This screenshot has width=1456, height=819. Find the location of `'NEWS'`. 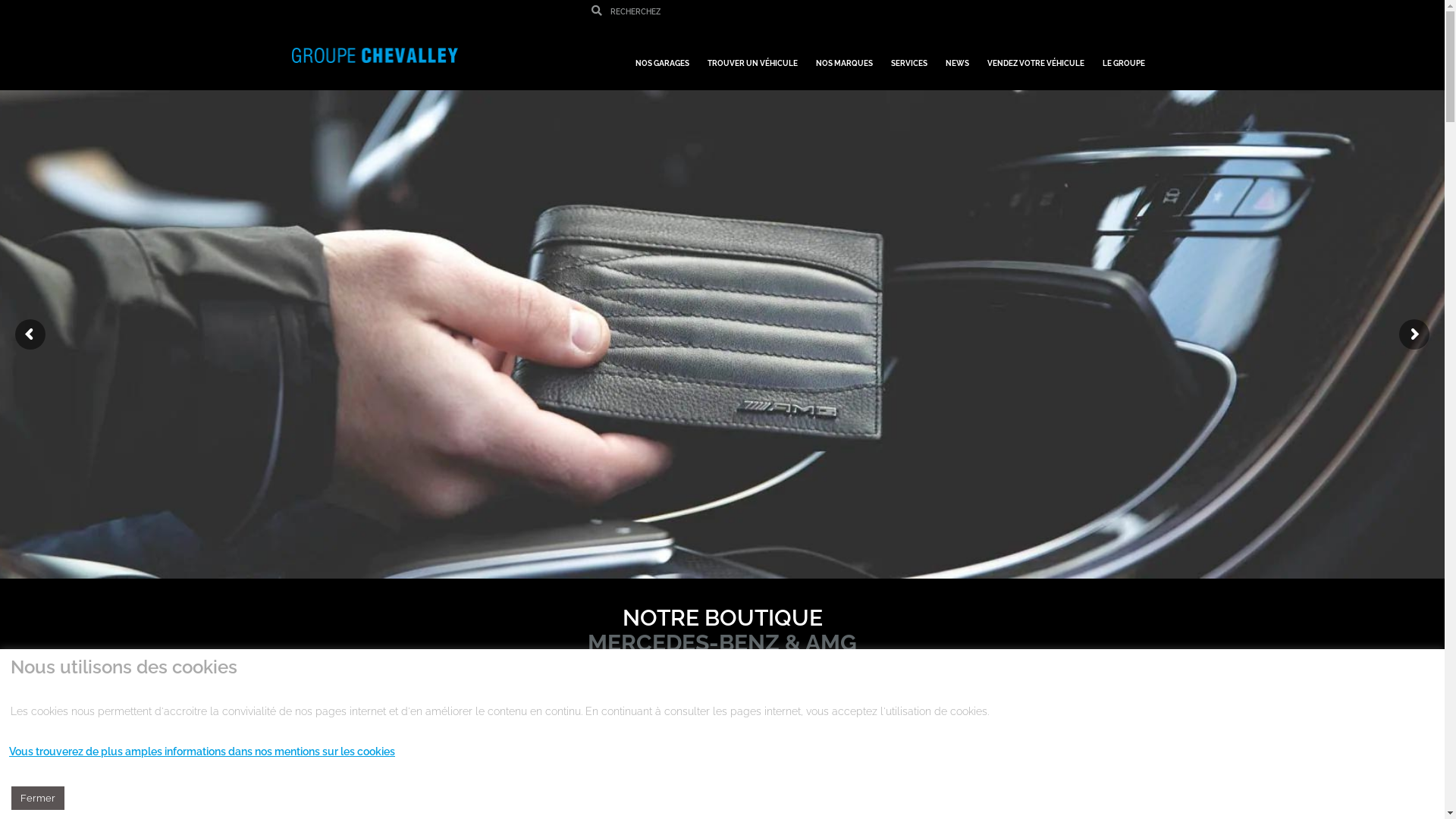

'NEWS' is located at coordinates (955, 55).